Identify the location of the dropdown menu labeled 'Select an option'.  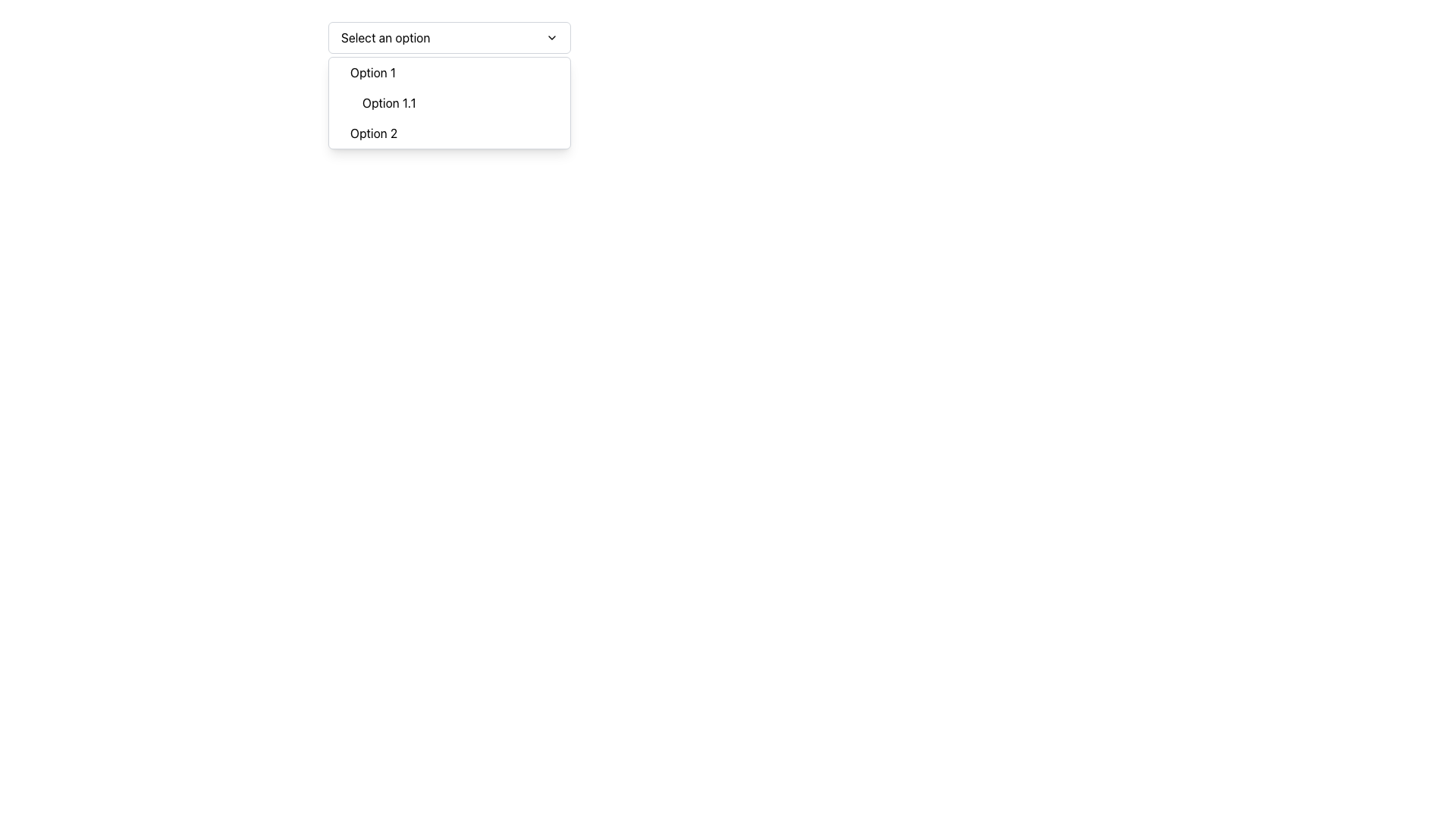
(449, 37).